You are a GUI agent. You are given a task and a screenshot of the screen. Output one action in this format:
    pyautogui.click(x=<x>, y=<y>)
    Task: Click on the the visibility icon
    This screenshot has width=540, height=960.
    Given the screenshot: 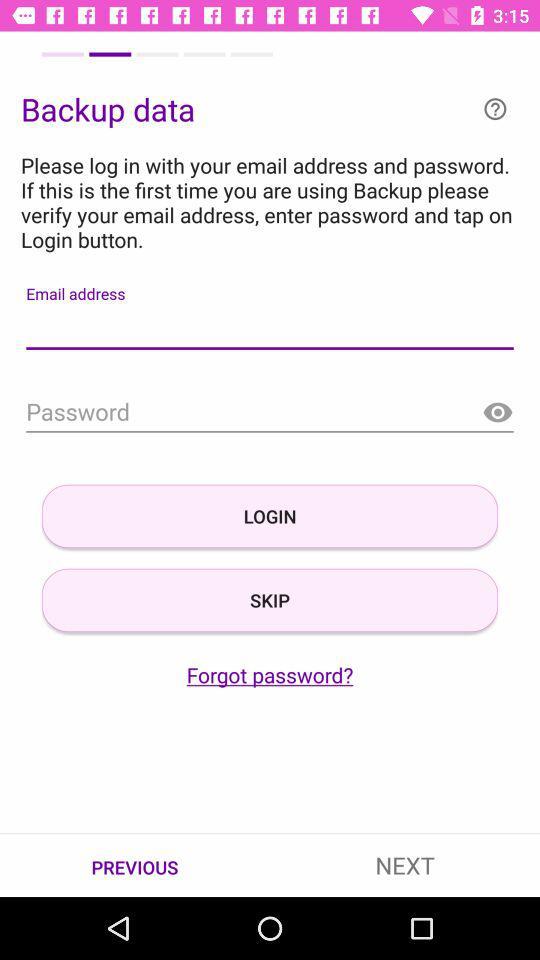 What is the action you would take?
    pyautogui.click(x=496, y=412)
    